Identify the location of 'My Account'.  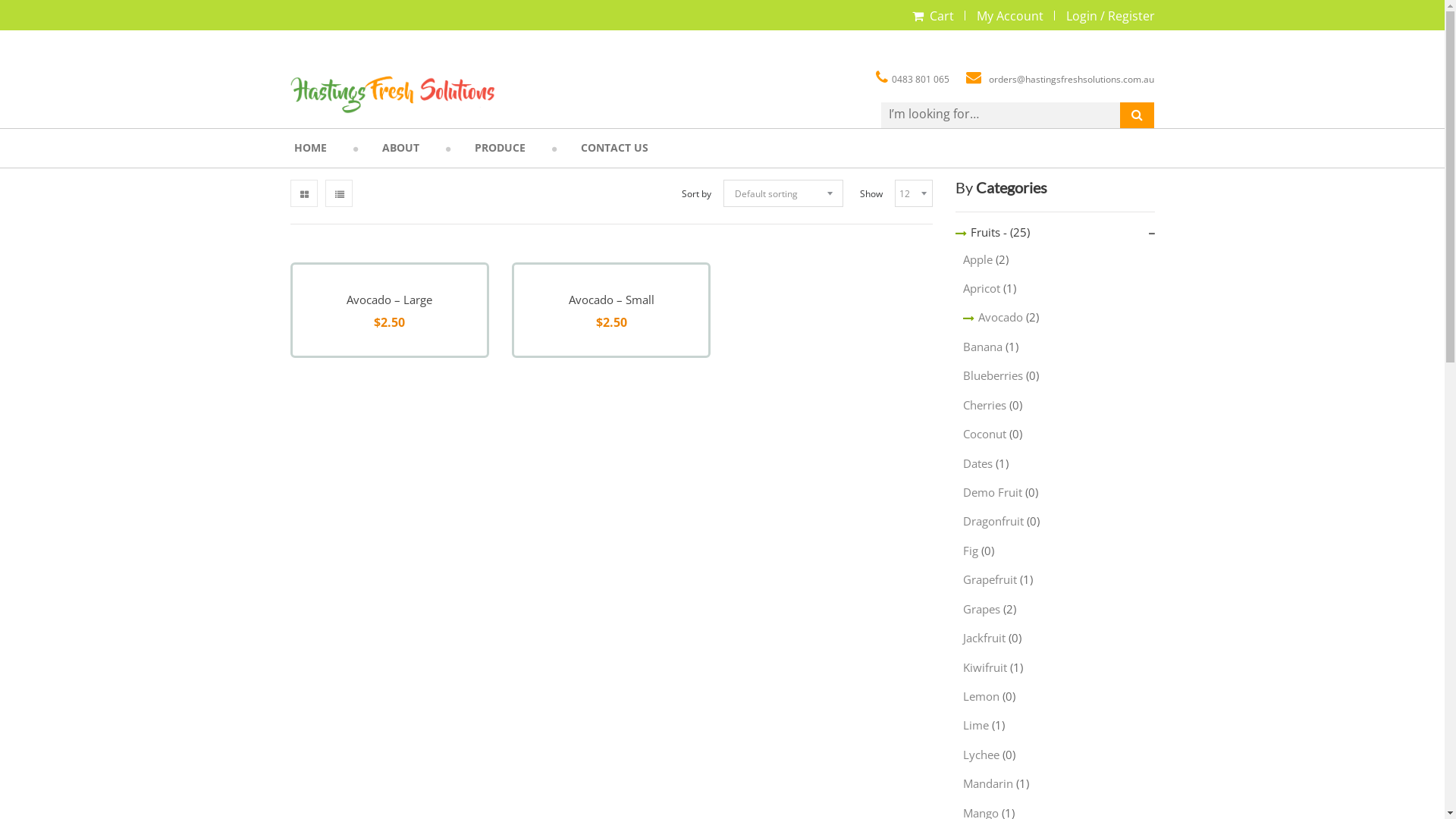
(1009, 15).